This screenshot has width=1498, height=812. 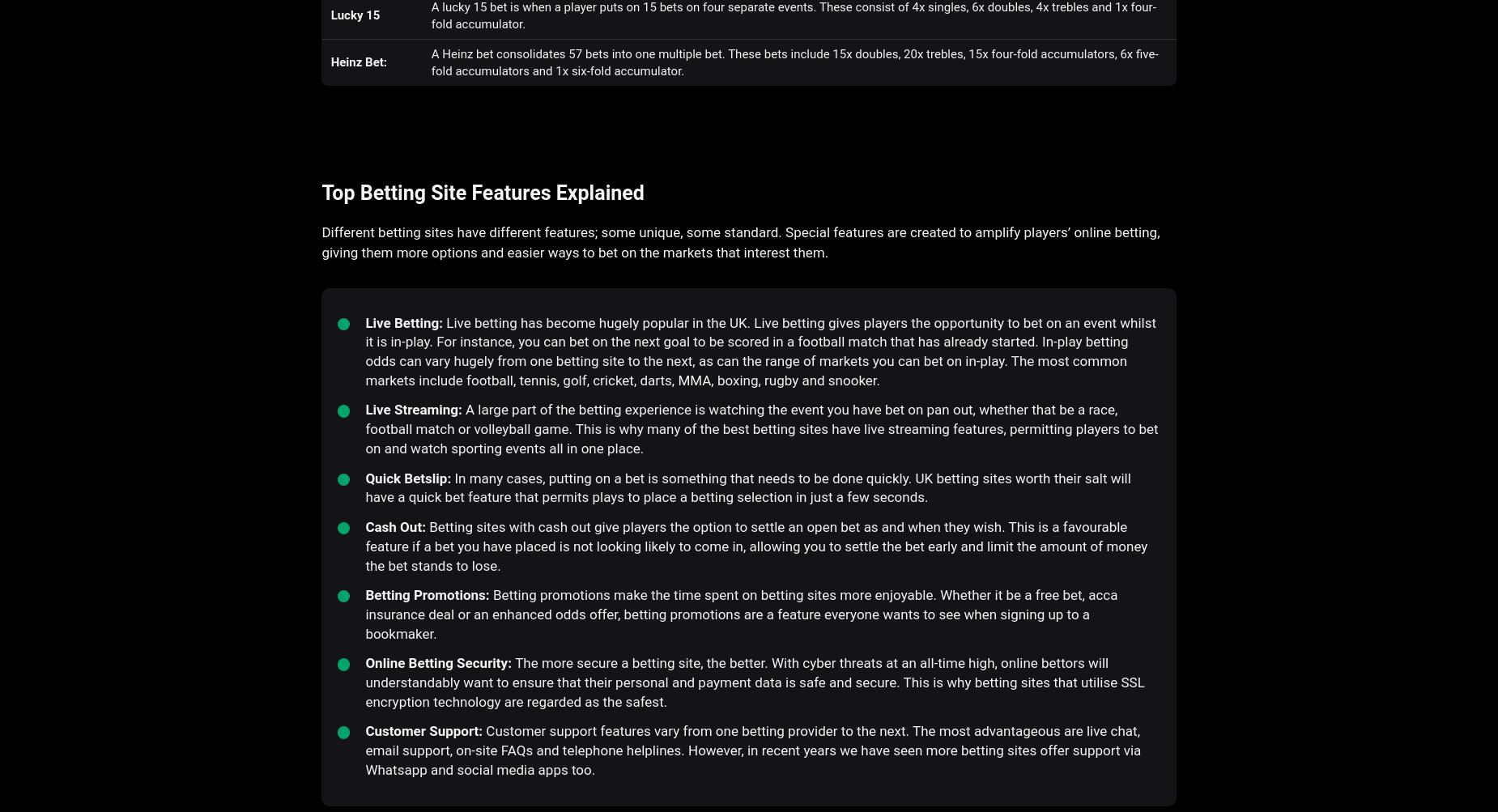 I want to click on 'Betting sites with cash out give players the option to settle an open bet as and when they wish. This is a favourable feature if a bet you have placed is not looking likely to come in, allowing you to settle the bet early and limit the amount of money the bet stands to lose.', so click(x=364, y=546).